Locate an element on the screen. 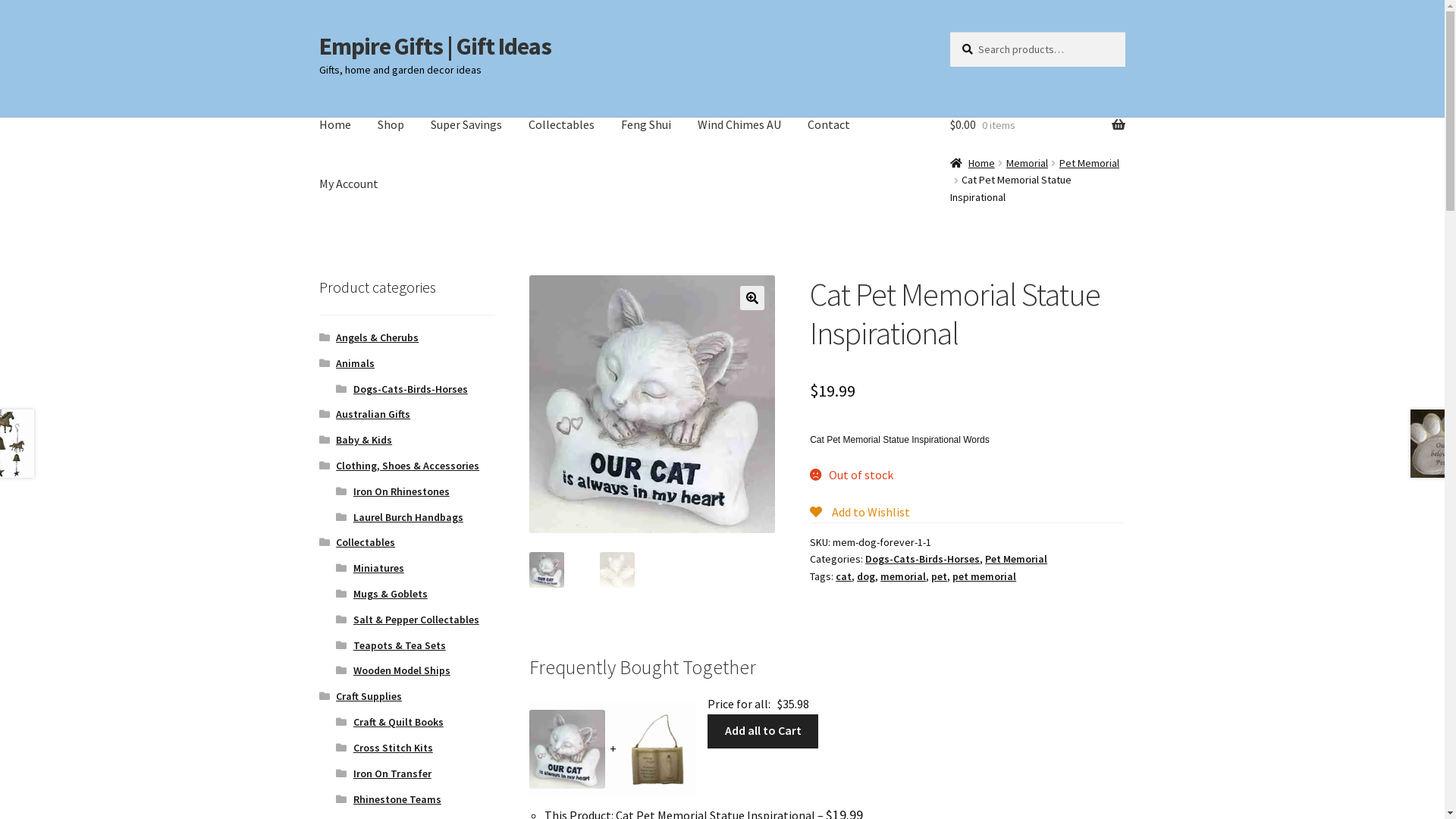  'pet' is located at coordinates (930, 576).